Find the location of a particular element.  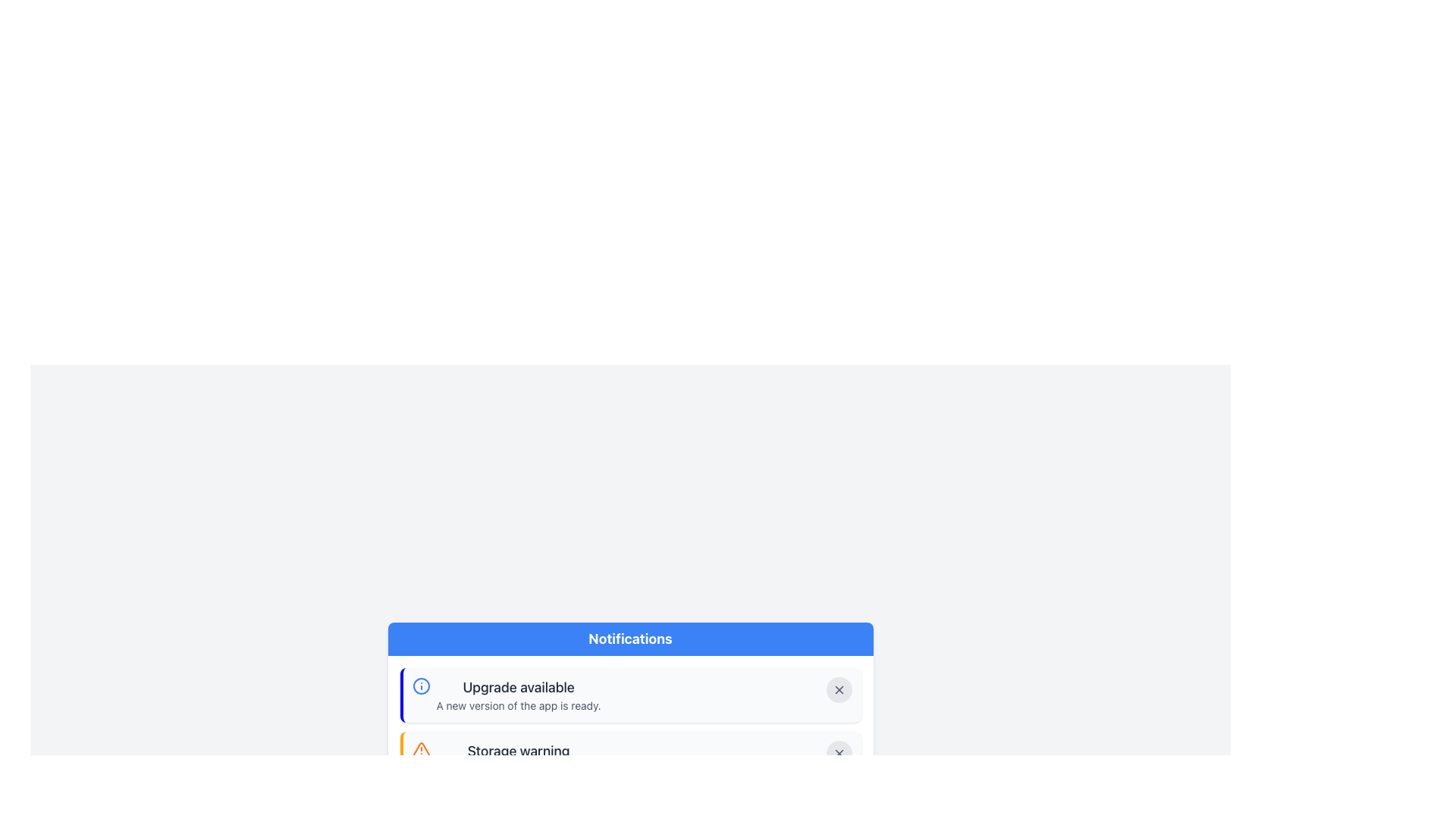

informational text block displaying the headline 'Upgrade available' and description 'A new version of the app is ready.' is located at coordinates (506, 695).